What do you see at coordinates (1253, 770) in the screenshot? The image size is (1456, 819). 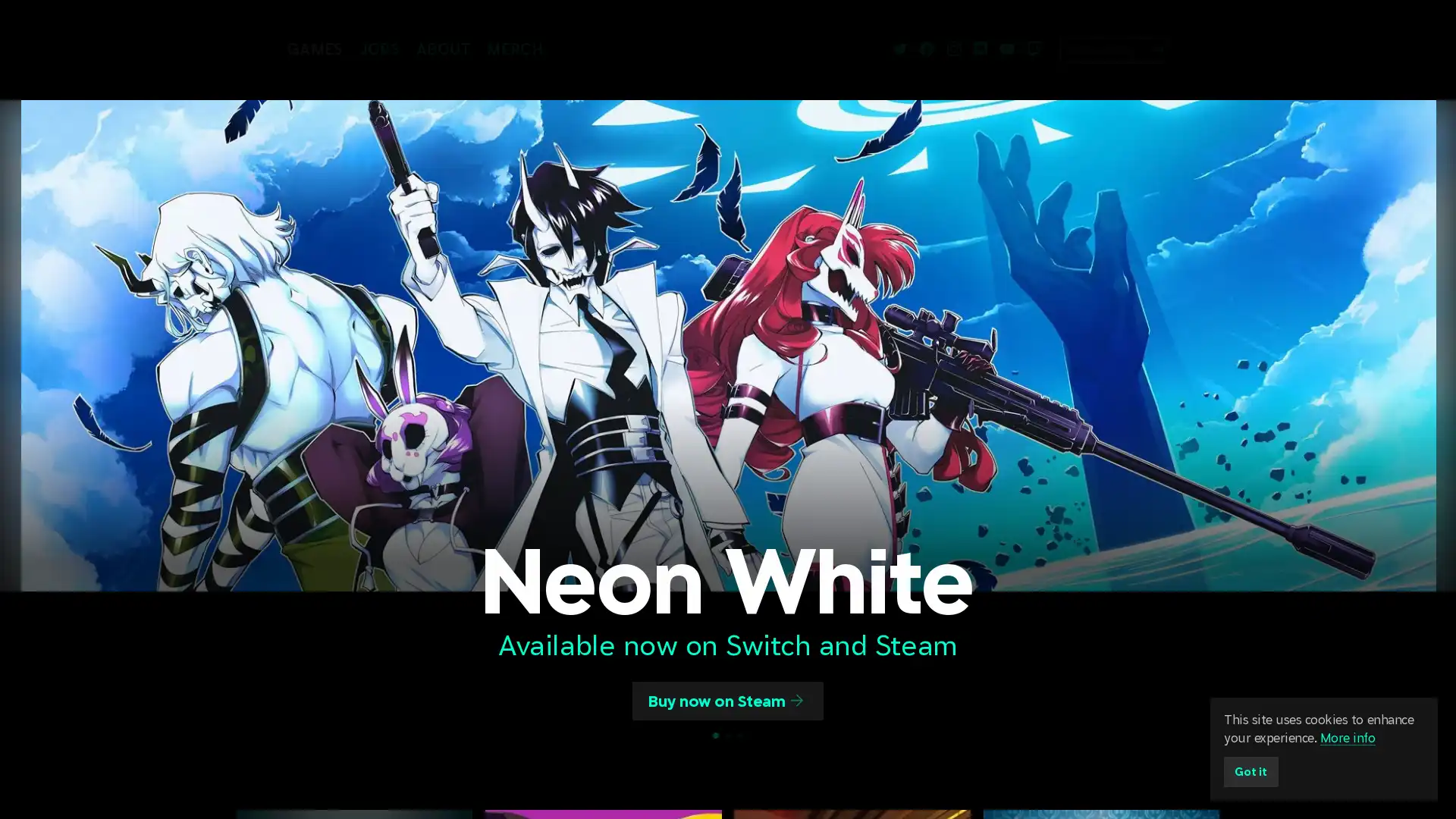 I see `Got it` at bounding box center [1253, 770].